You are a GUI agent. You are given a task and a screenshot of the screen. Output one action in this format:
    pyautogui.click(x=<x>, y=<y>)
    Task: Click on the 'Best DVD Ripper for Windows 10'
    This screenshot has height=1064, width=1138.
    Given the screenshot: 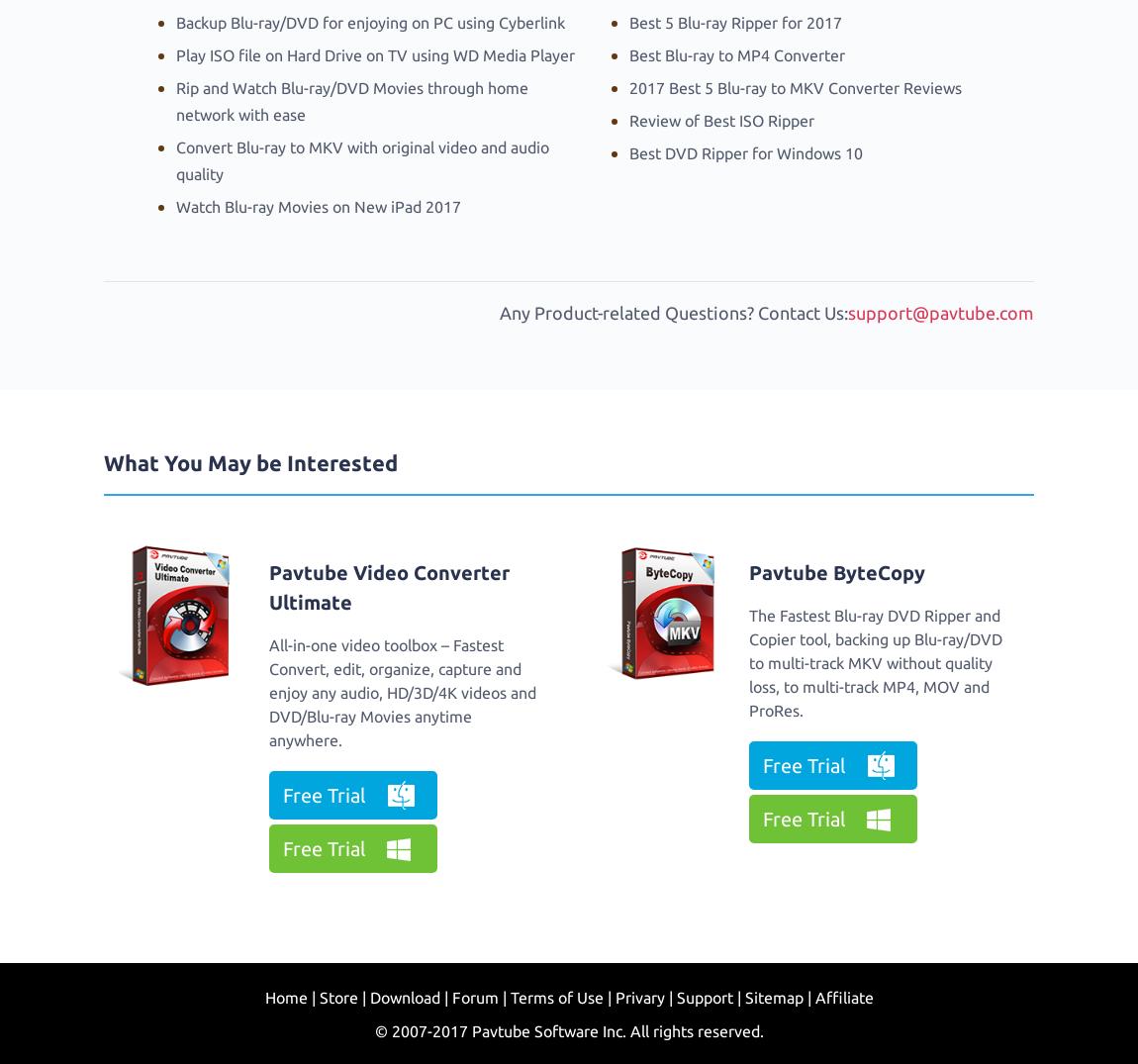 What is the action you would take?
    pyautogui.click(x=745, y=153)
    